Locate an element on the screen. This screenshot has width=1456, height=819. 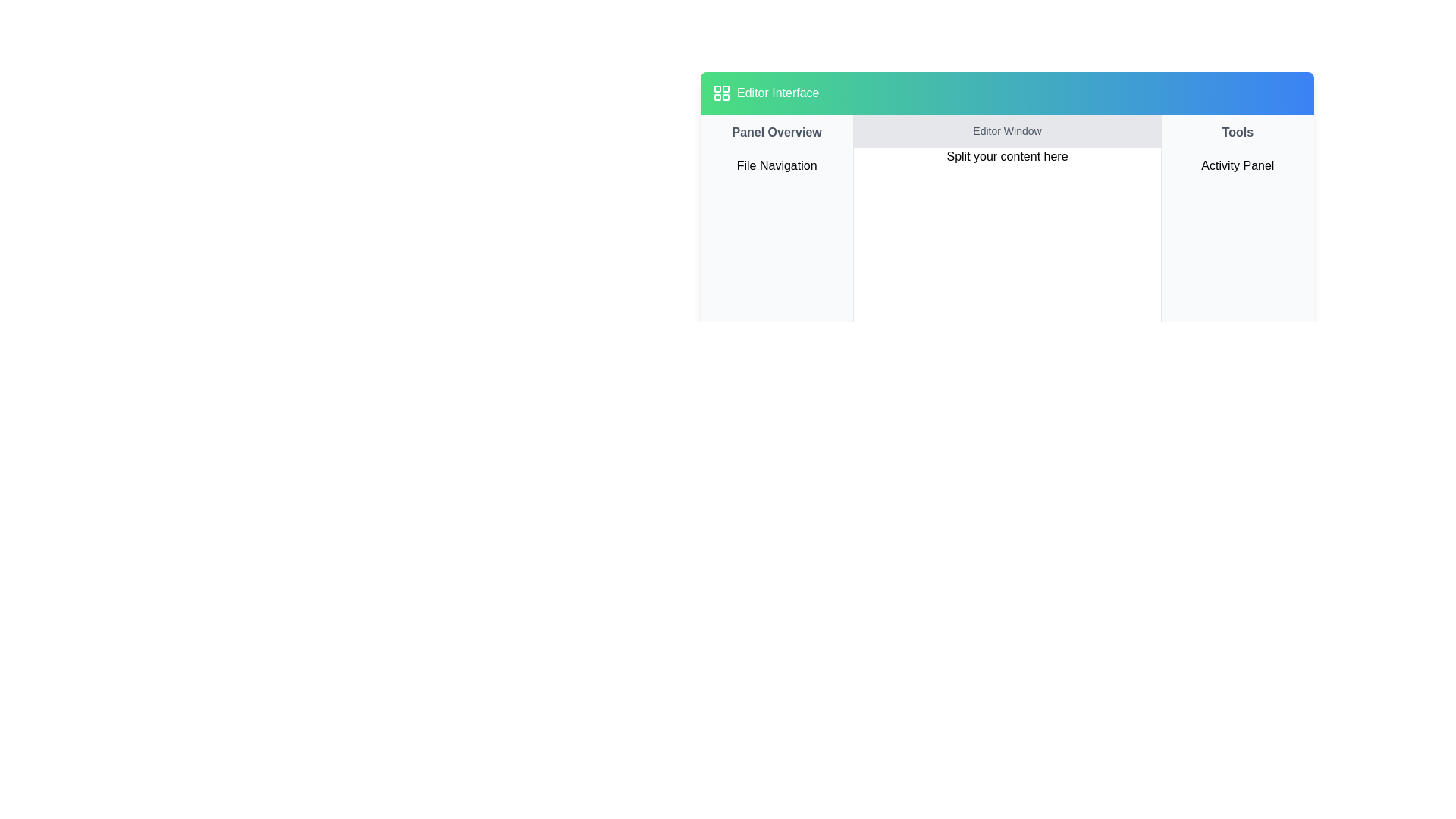
text label that reads 'Tools,' which is styled in gray and bold, located in the top bar of the rightmost panel is located at coordinates (1238, 131).